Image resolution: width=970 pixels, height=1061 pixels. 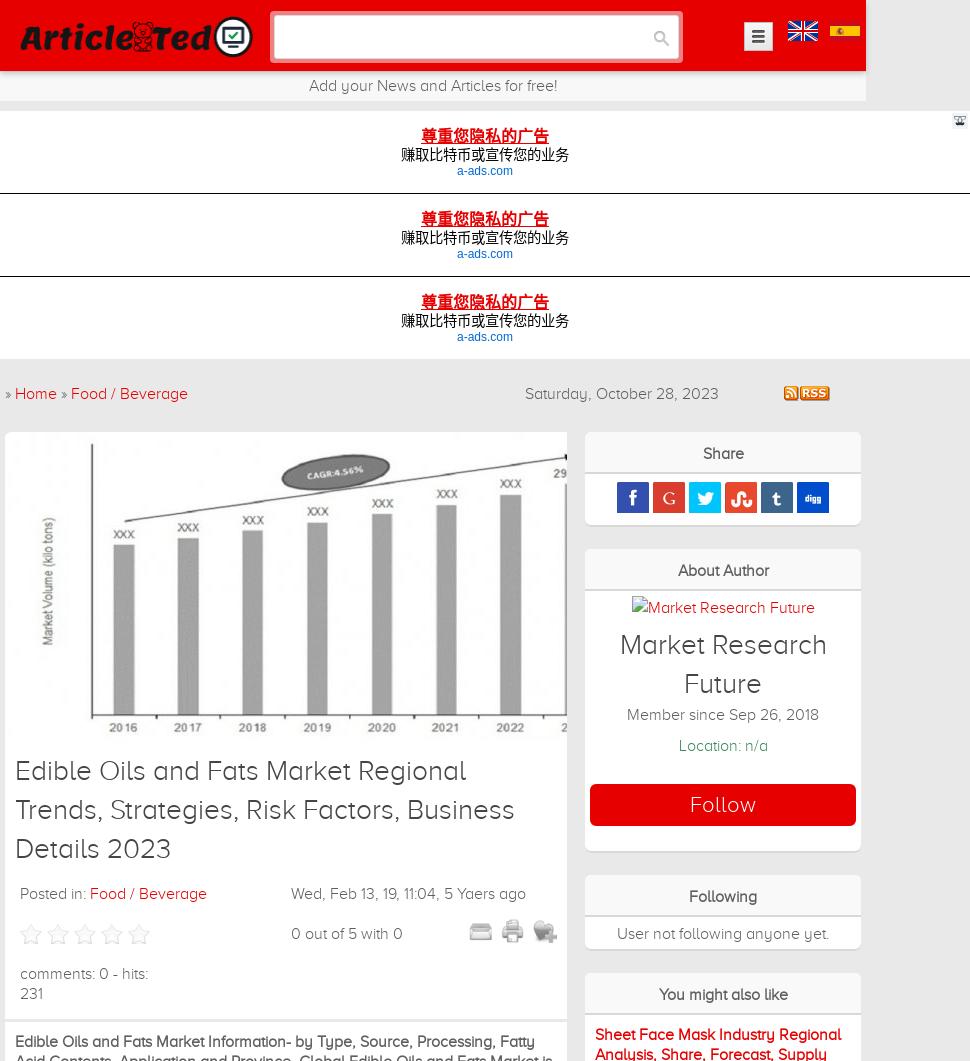 What do you see at coordinates (618, 662) in the screenshot?
I see `'Market Research Future'` at bounding box center [618, 662].